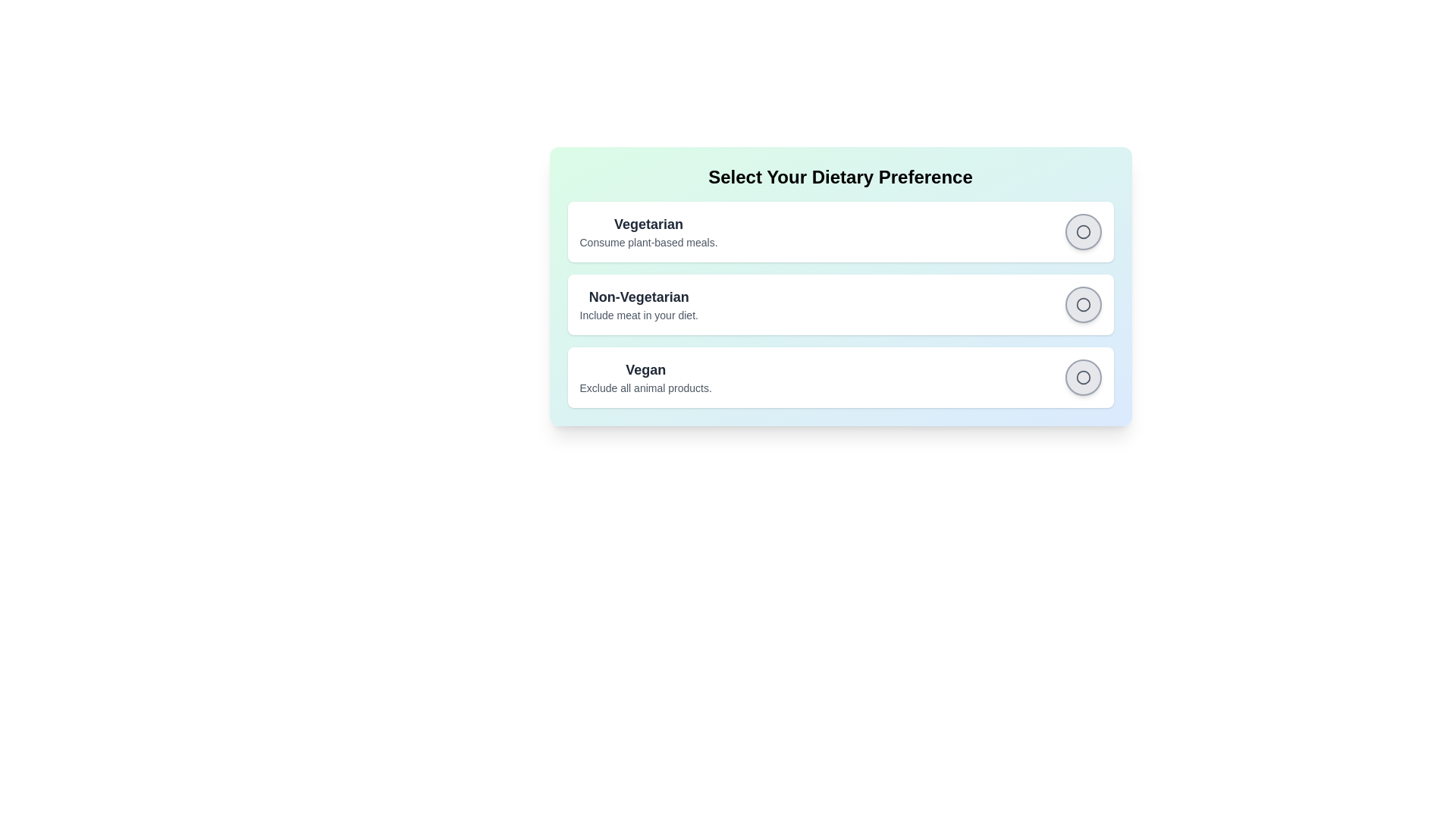 The image size is (1456, 819). Describe the element at coordinates (1082, 231) in the screenshot. I see `the circular graphic element with a hollow center and thin gray border located to the right of the 'Vegetarian' preference option` at that location.